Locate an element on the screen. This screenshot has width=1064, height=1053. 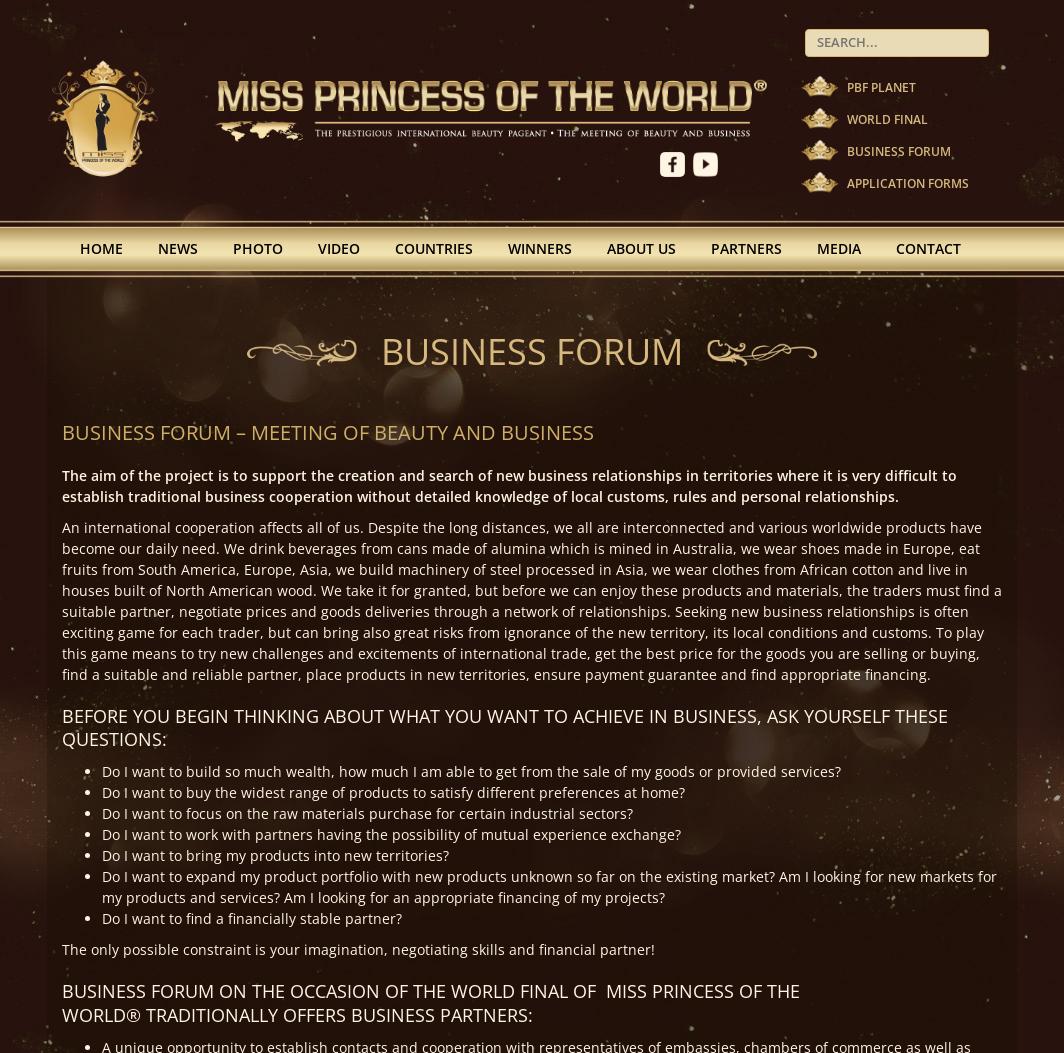
'Winners' is located at coordinates (539, 246).